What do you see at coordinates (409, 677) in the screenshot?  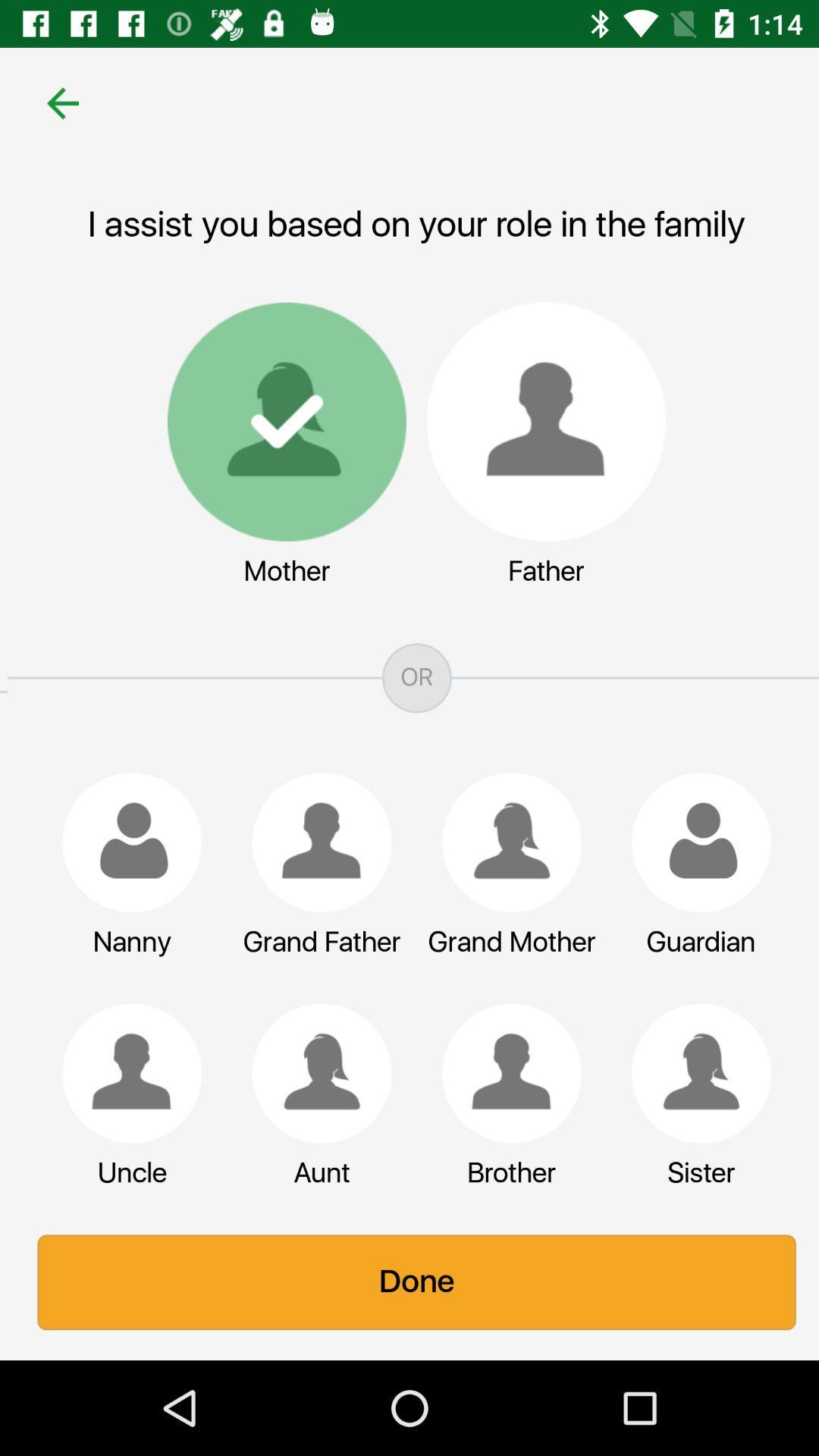 I see `or` at bounding box center [409, 677].